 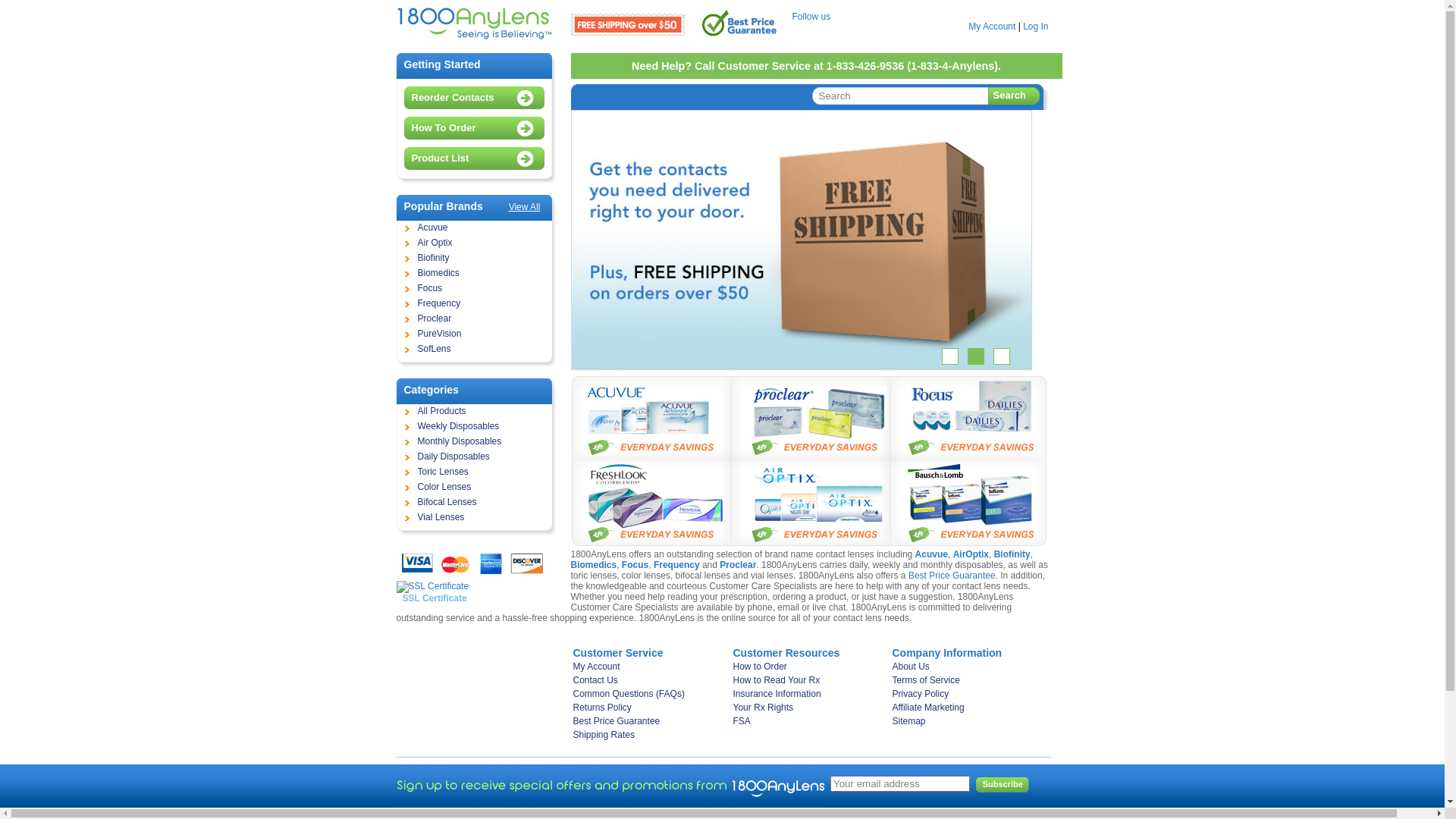 What do you see at coordinates (473, 350) in the screenshot?
I see `'SofLens'` at bounding box center [473, 350].